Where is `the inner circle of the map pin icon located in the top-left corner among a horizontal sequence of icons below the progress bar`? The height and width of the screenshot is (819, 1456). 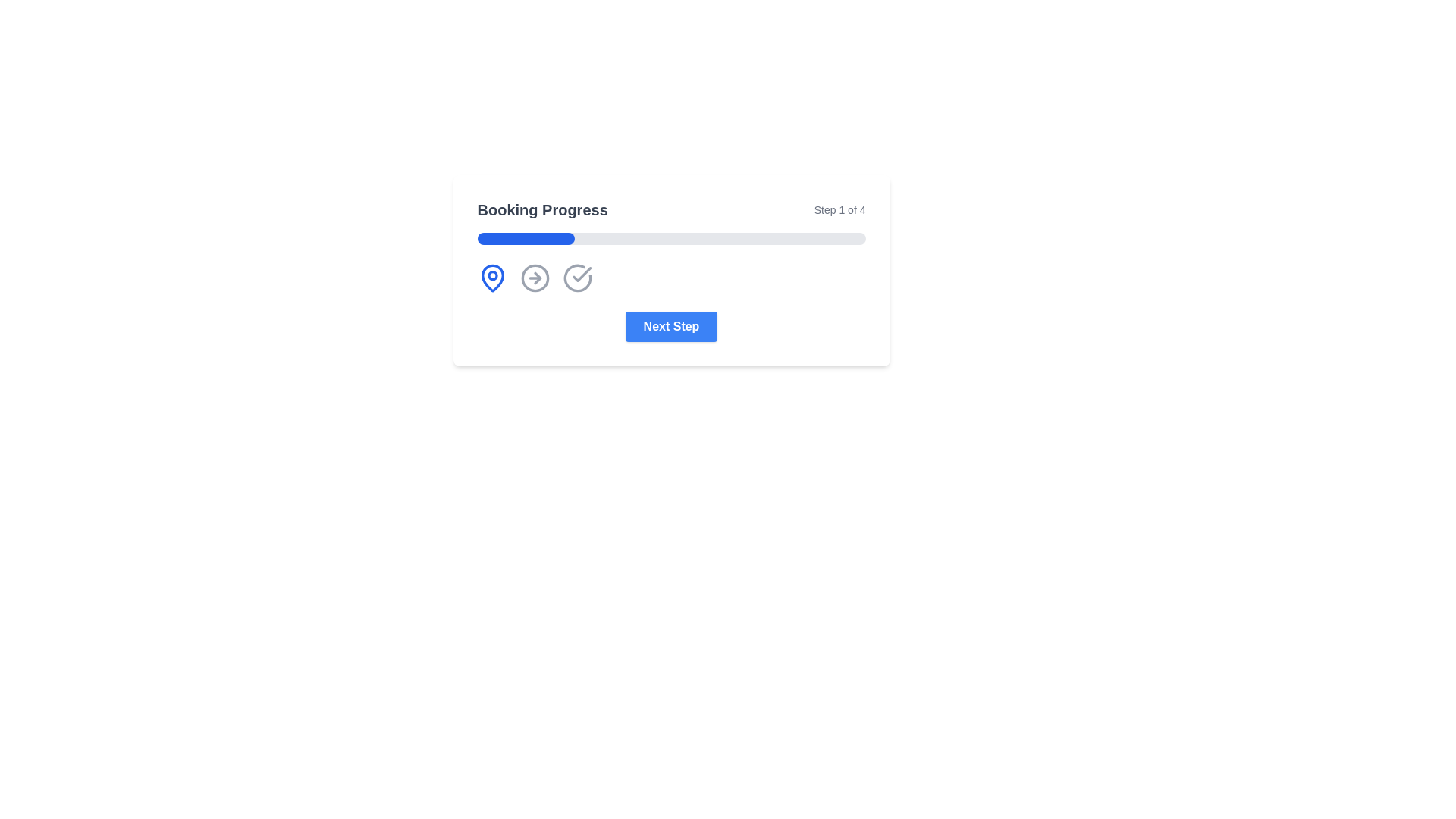
the inner circle of the map pin icon located in the top-left corner among a horizontal sequence of icons below the progress bar is located at coordinates (492, 275).